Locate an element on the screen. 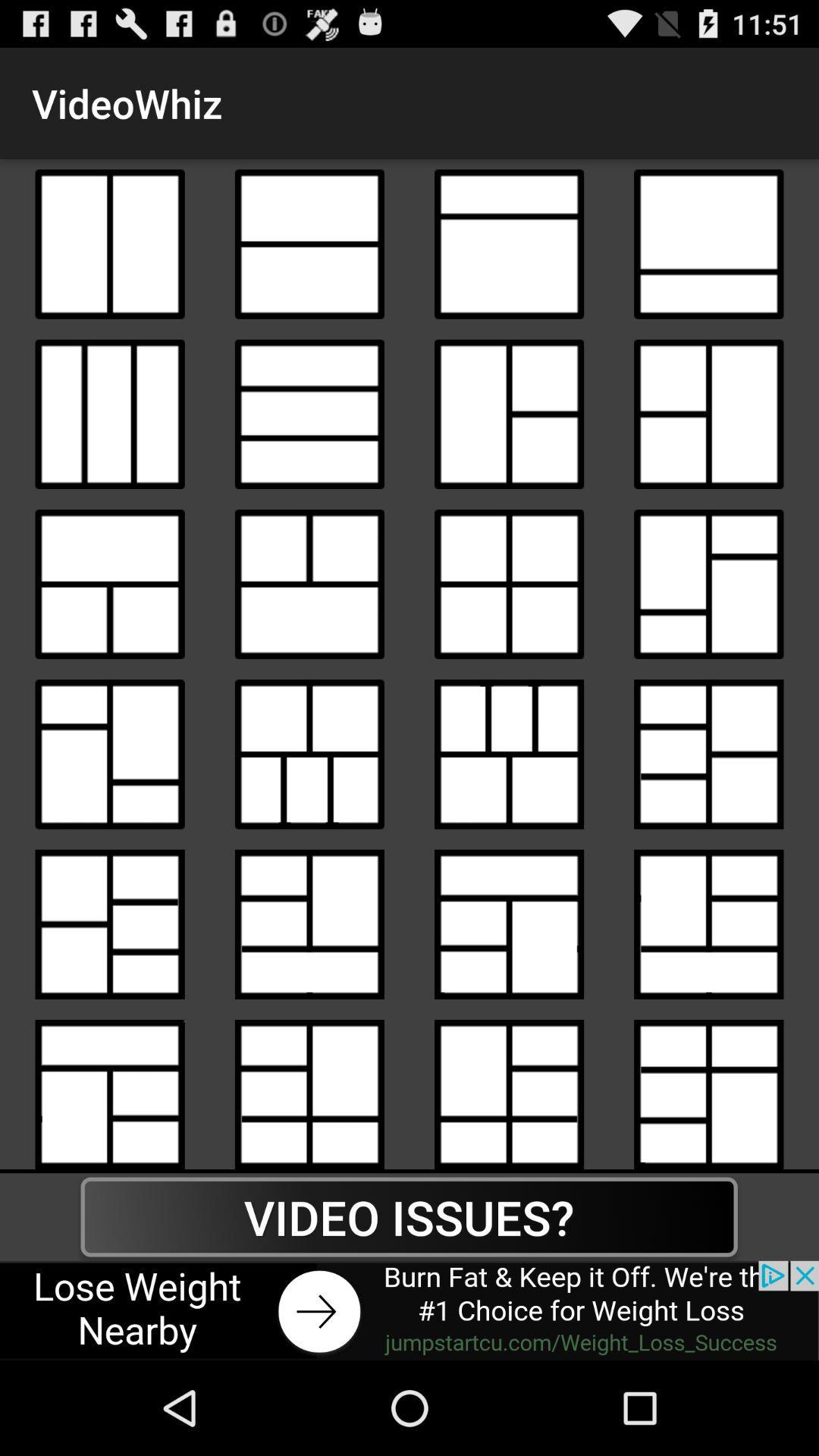  layout option is located at coordinates (708, 583).